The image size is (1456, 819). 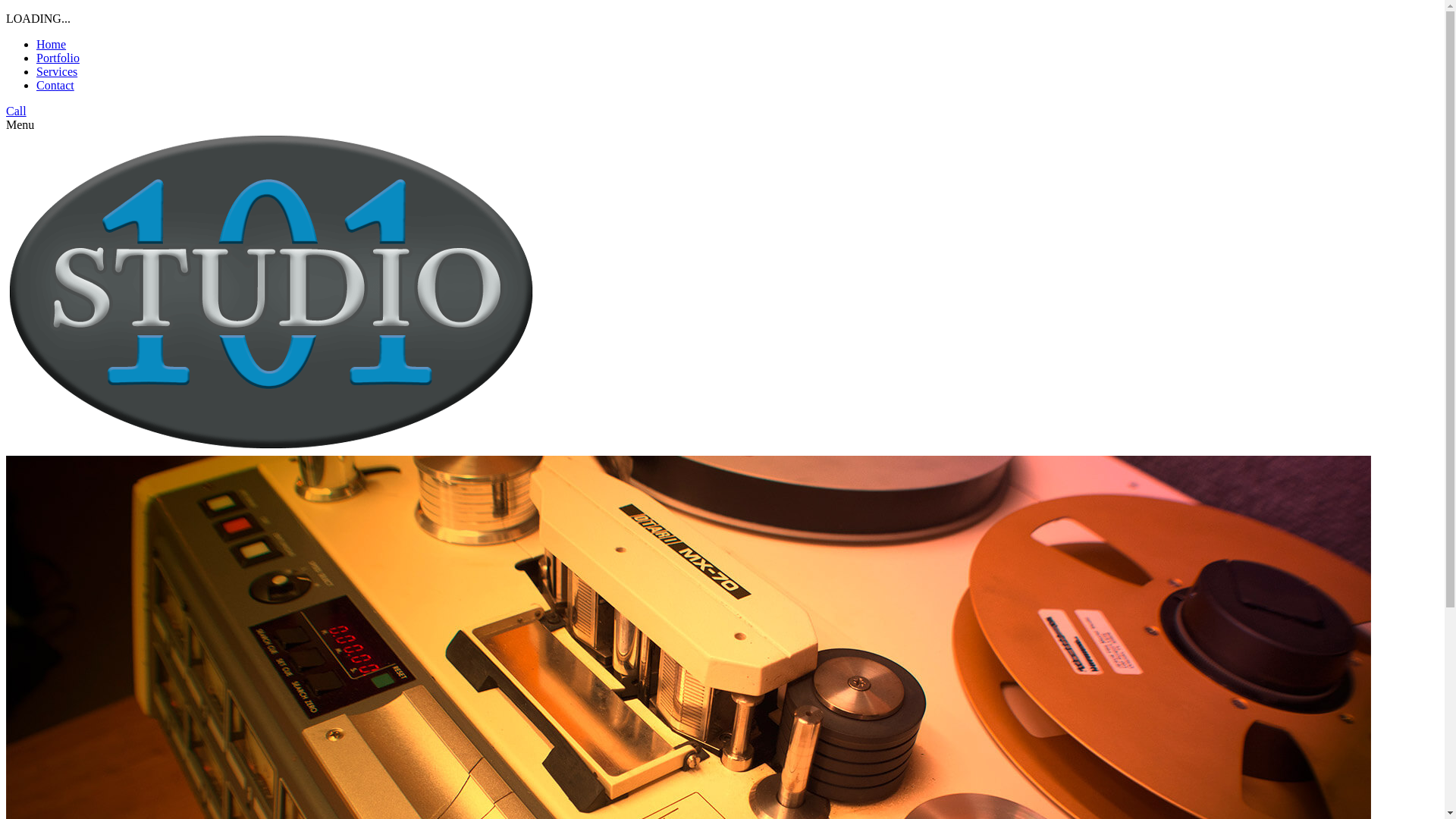 What do you see at coordinates (55, 85) in the screenshot?
I see `'Contact'` at bounding box center [55, 85].